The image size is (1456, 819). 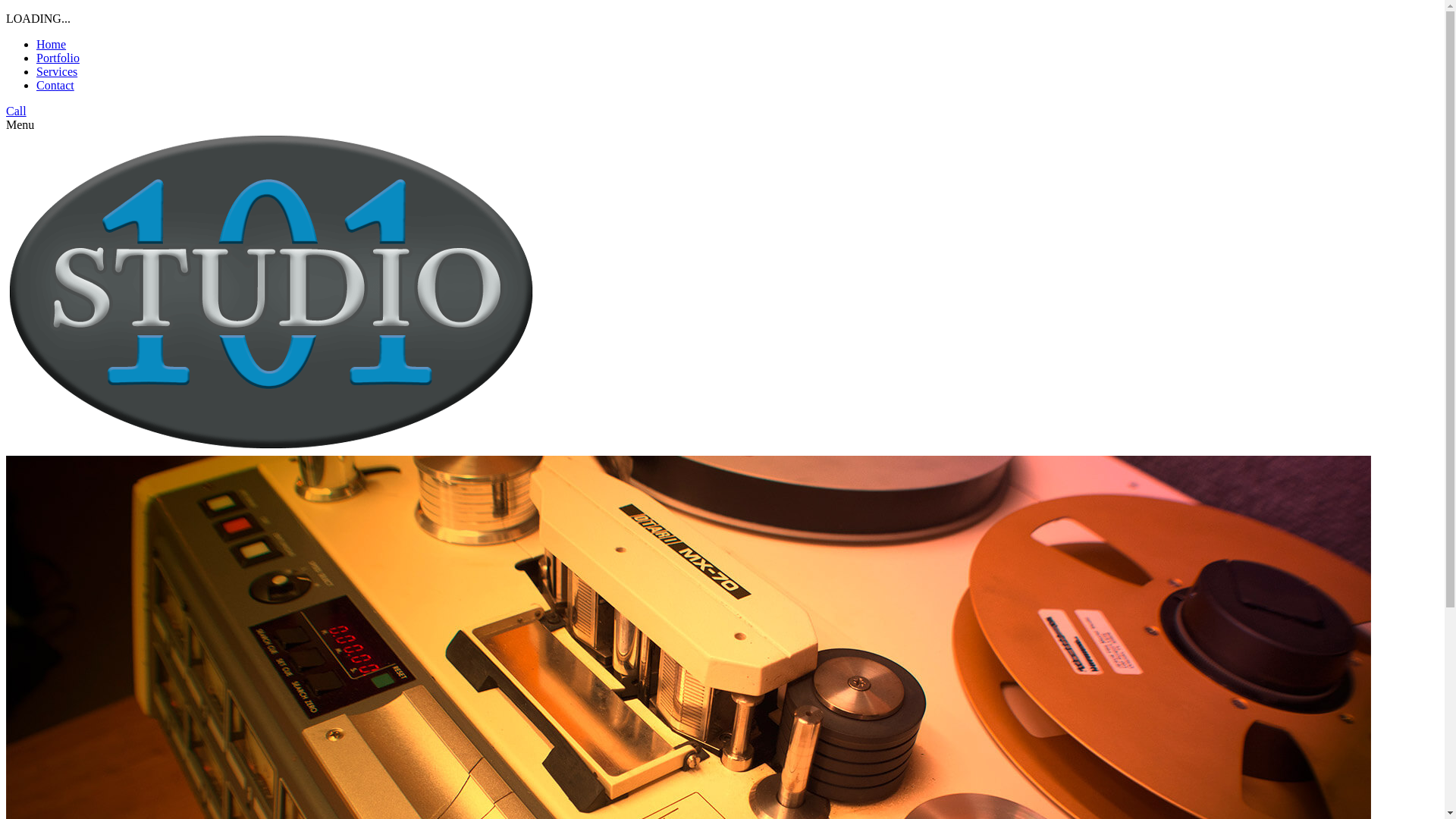 What do you see at coordinates (55, 85) in the screenshot?
I see `'Contact'` at bounding box center [55, 85].